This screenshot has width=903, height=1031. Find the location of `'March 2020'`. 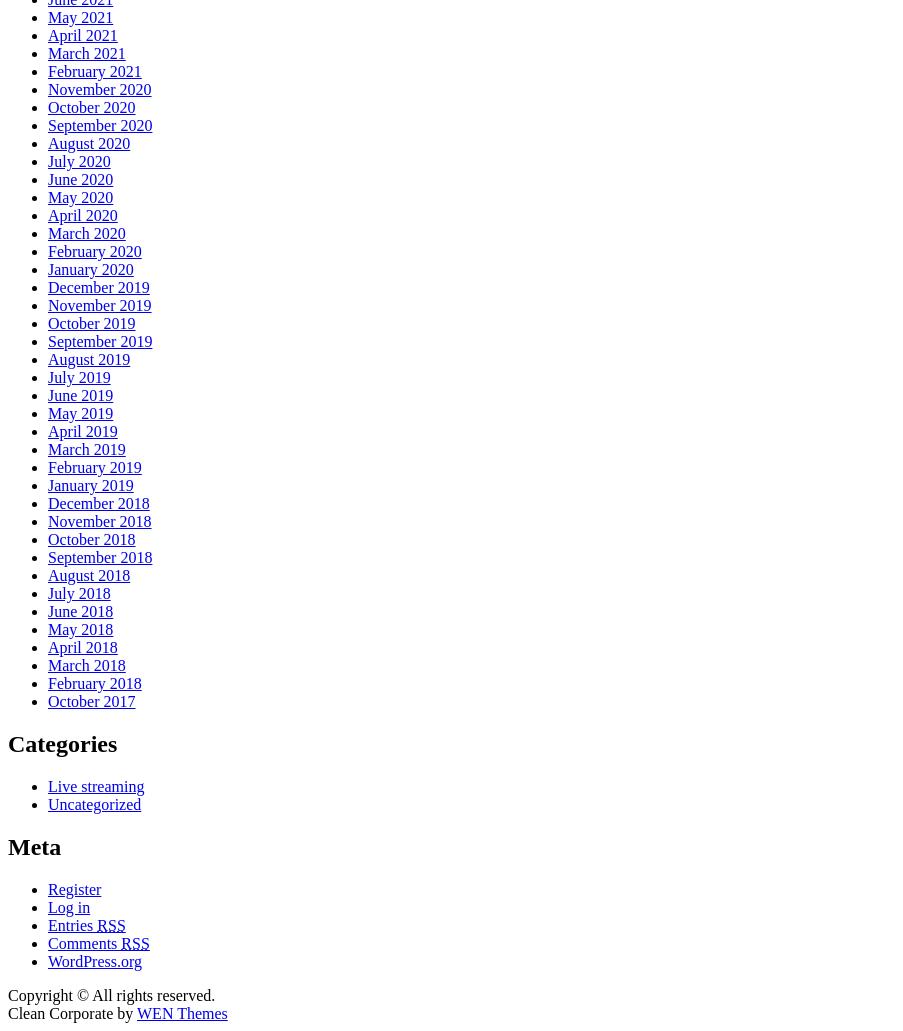

'March 2020' is located at coordinates (86, 233).